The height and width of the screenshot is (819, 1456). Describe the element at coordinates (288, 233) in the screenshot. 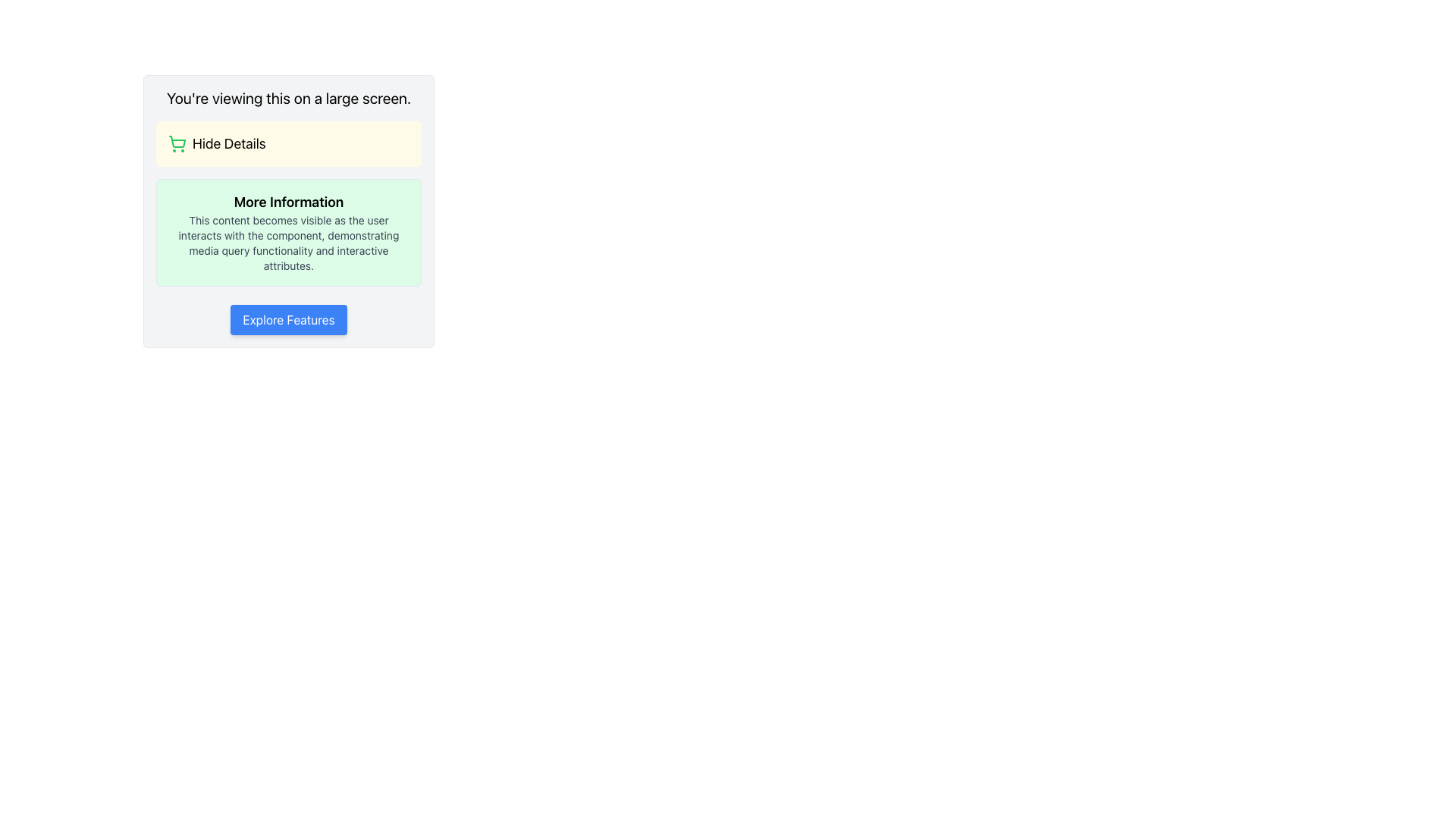

I see `the Informational content block that features a light green background and a bold title 'More Information'` at that location.